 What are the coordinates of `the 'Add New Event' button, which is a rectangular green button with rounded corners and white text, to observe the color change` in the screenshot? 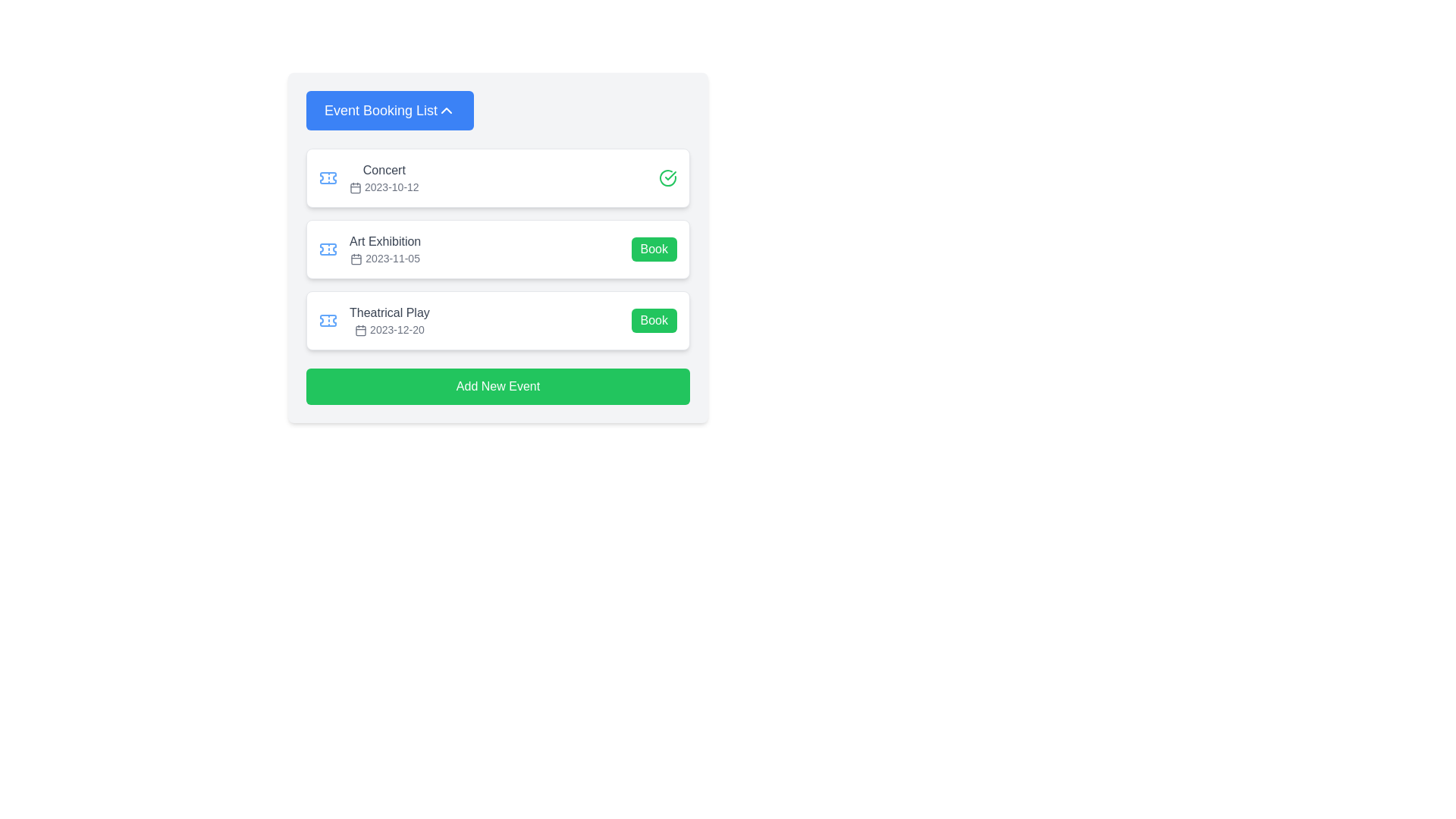 It's located at (498, 385).